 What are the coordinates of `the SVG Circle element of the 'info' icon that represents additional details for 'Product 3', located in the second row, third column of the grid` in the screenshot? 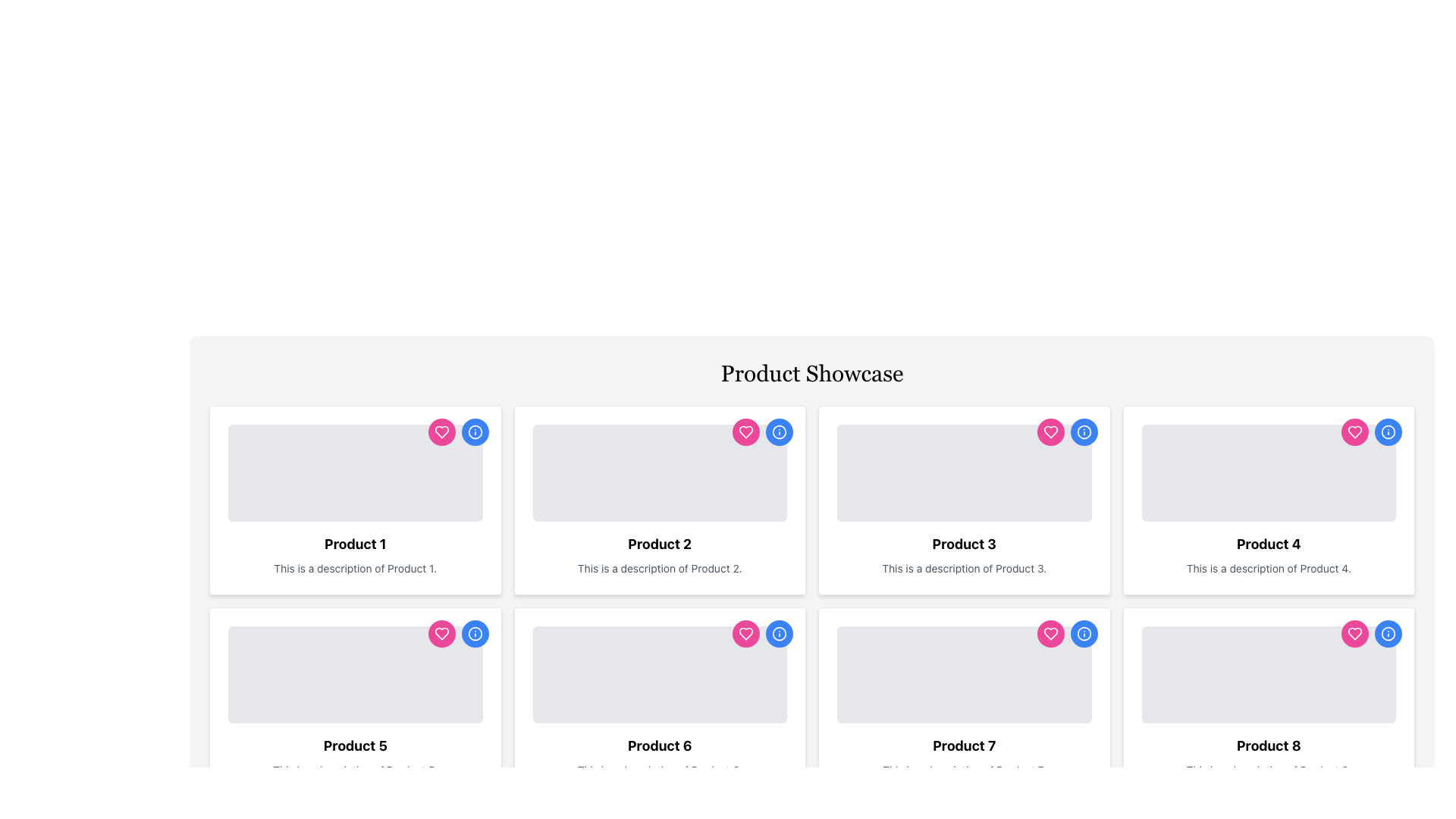 It's located at (1083, 432).